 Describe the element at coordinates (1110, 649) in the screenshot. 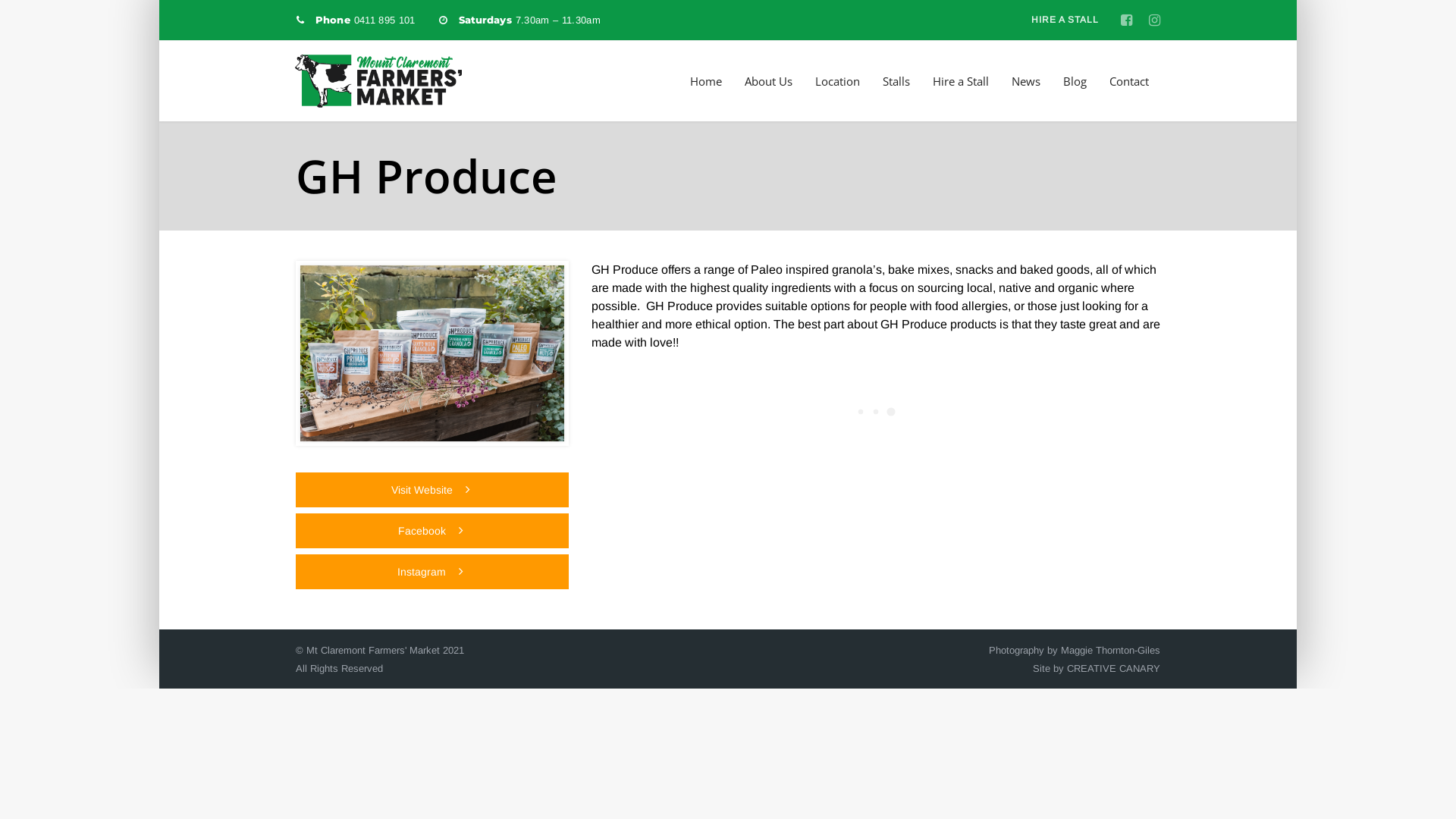

I see `'Maggie Thornton-Giles'` at that location.